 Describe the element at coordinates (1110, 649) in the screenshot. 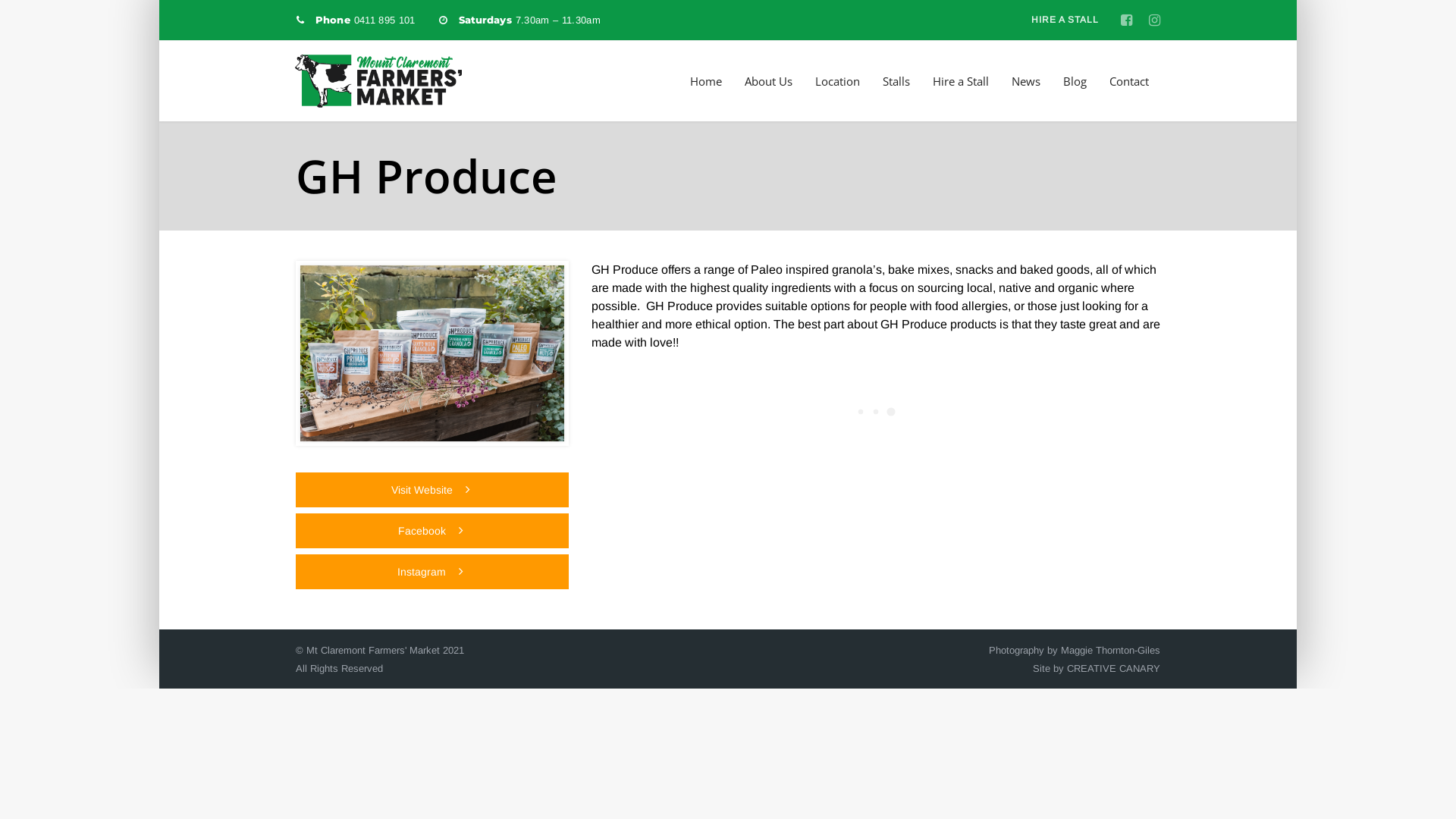

I see `'Maggie Thornton-Giles'` at that location.